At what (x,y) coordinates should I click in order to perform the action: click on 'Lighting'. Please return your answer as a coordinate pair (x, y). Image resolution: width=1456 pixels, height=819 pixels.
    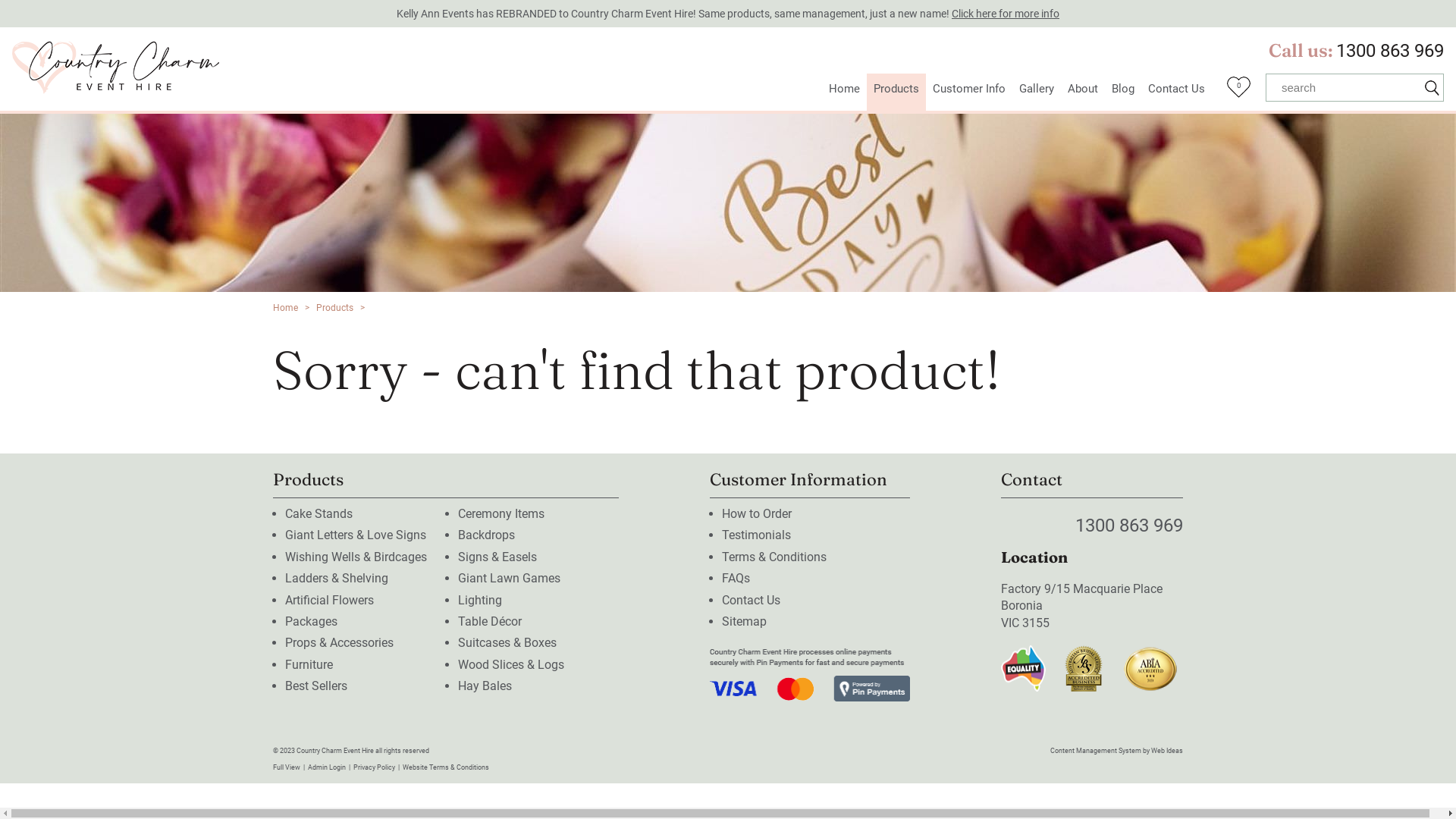
    Looking at the image, I should click on (457, 599).